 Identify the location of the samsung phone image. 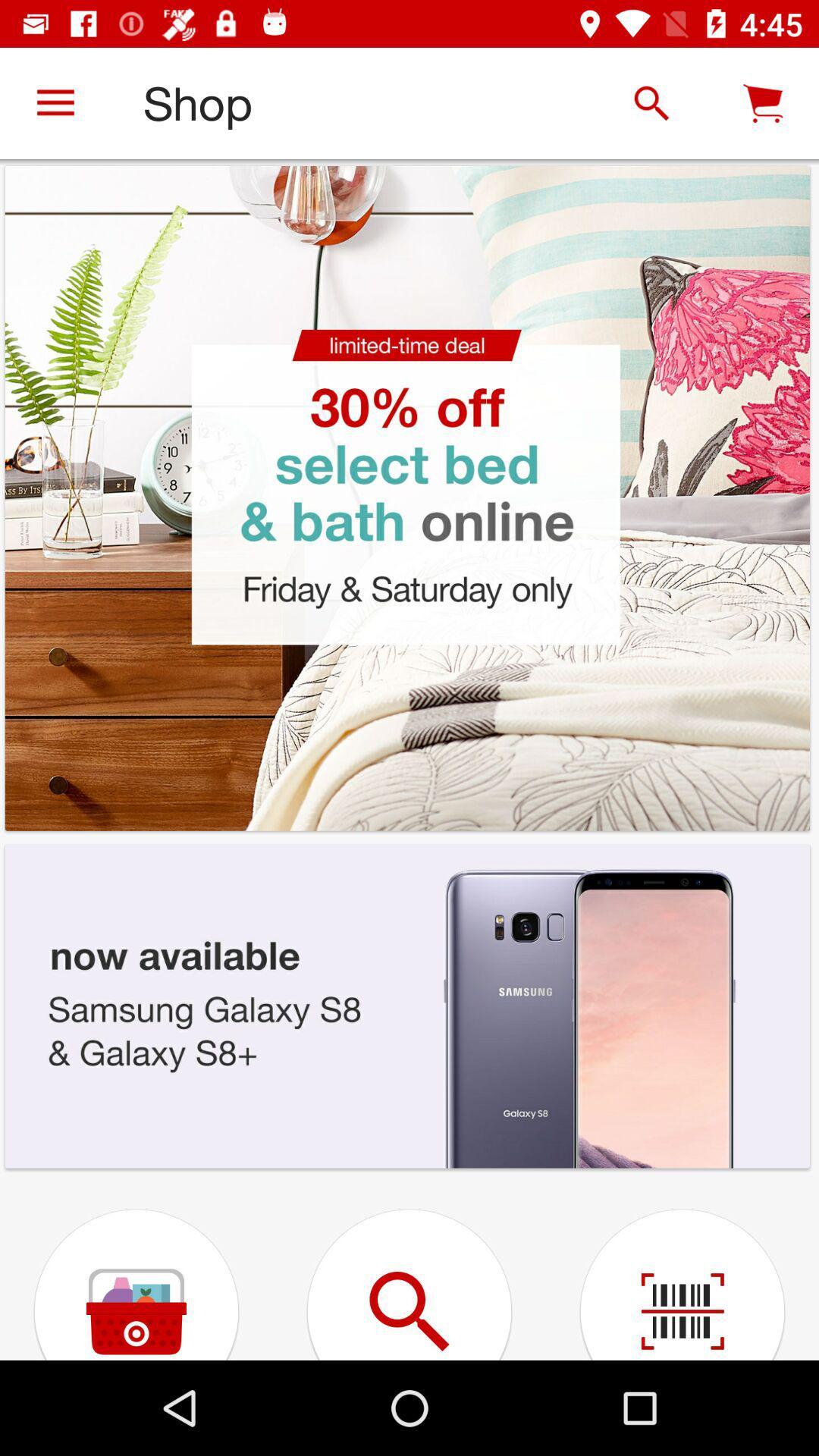
(406, 1006).